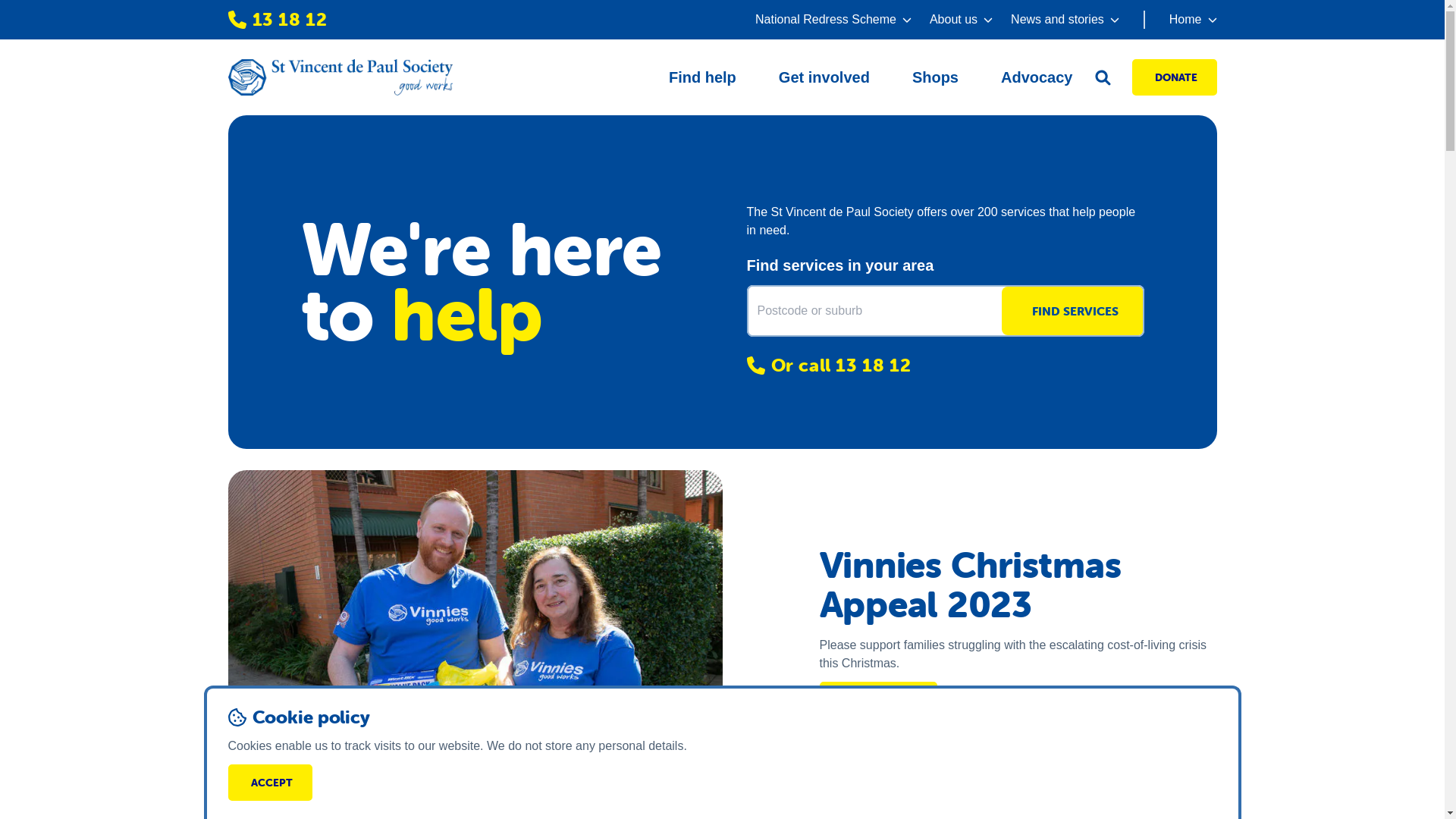 This screenshot has height=819, width=1456. Describe the element at coordinates (1179, 20) in the screenshot. I see `'Home'` at that location.